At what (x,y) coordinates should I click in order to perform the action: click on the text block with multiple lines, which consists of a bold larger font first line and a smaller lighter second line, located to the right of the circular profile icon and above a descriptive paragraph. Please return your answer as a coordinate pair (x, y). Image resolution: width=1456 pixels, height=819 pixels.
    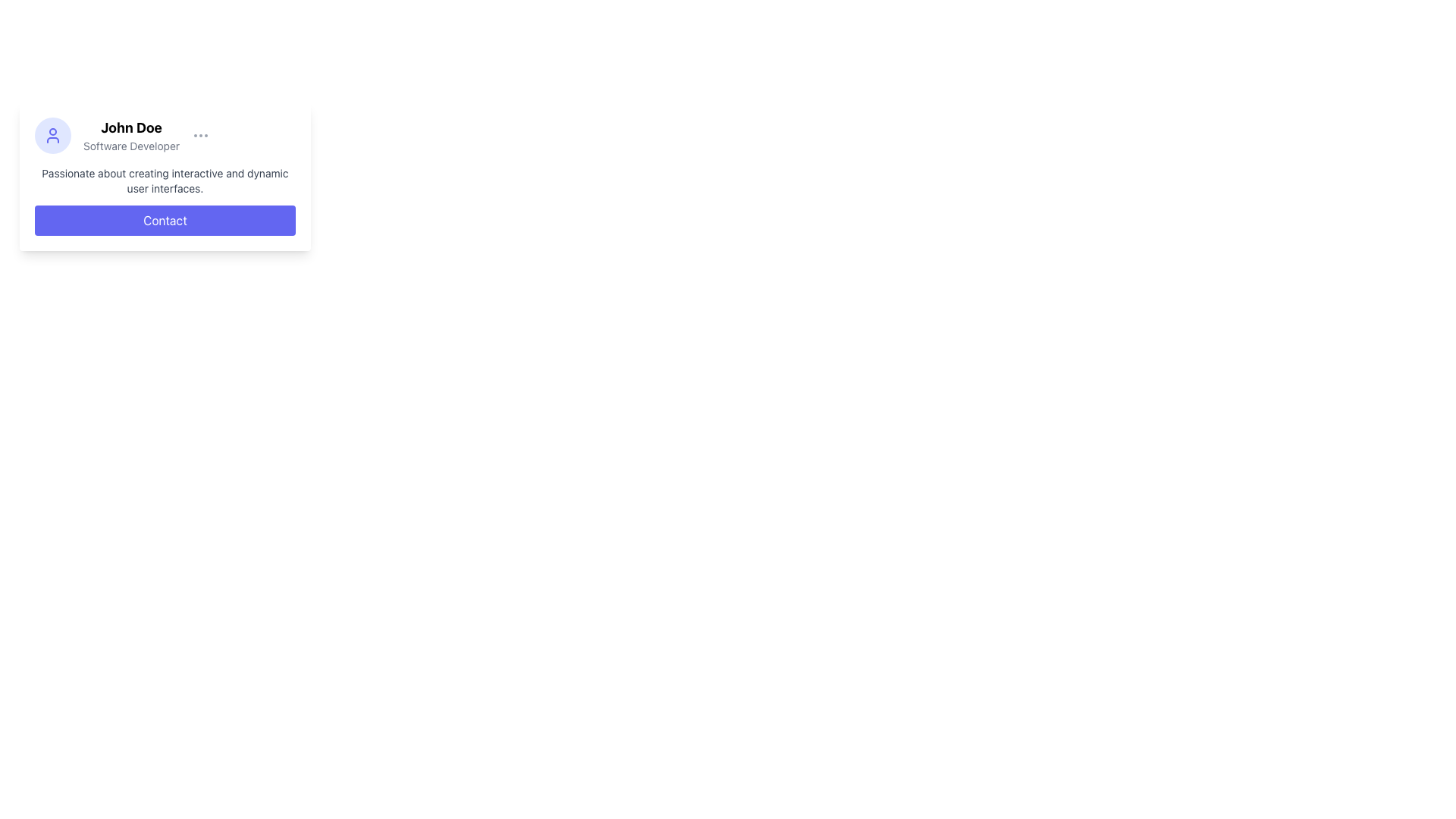
    Looking at the image, I should click on (131, 134).